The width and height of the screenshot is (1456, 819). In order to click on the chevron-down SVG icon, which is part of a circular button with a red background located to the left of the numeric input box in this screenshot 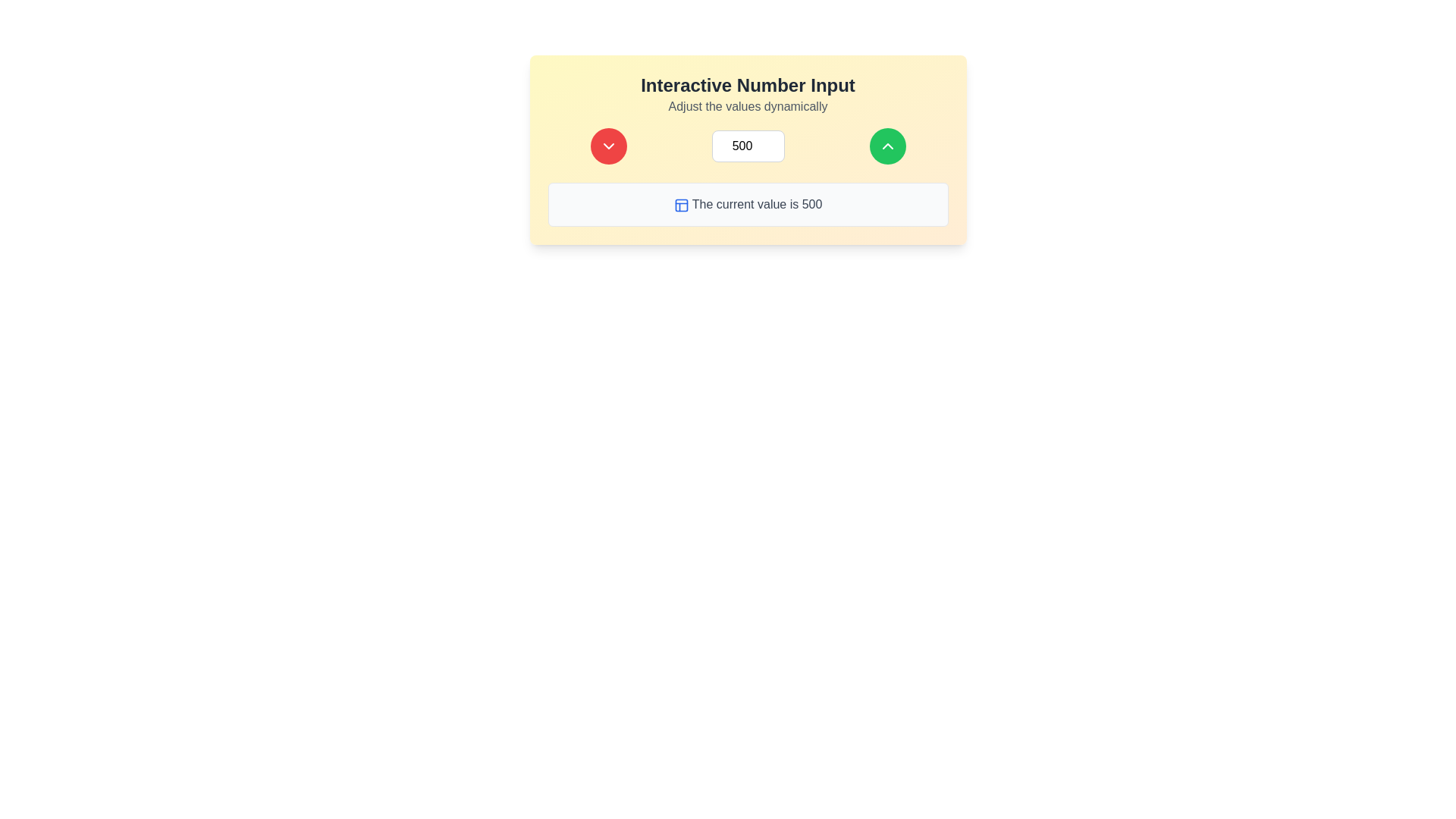, I will do `click(608, 146)`.